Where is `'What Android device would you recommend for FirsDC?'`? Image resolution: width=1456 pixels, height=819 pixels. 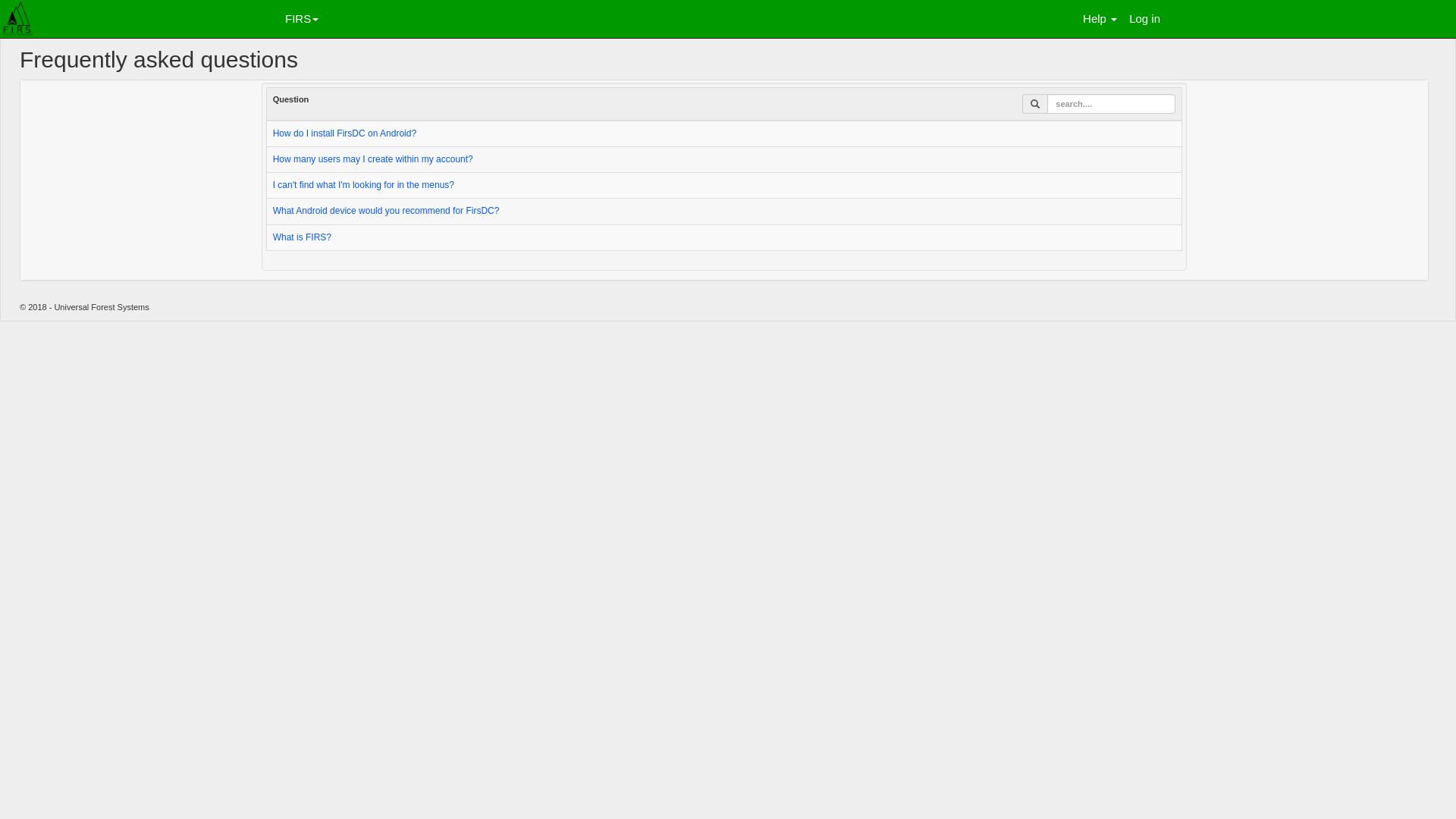
'What Android device would you recommend for FirsDC?' is located at coordinates (273, 211).